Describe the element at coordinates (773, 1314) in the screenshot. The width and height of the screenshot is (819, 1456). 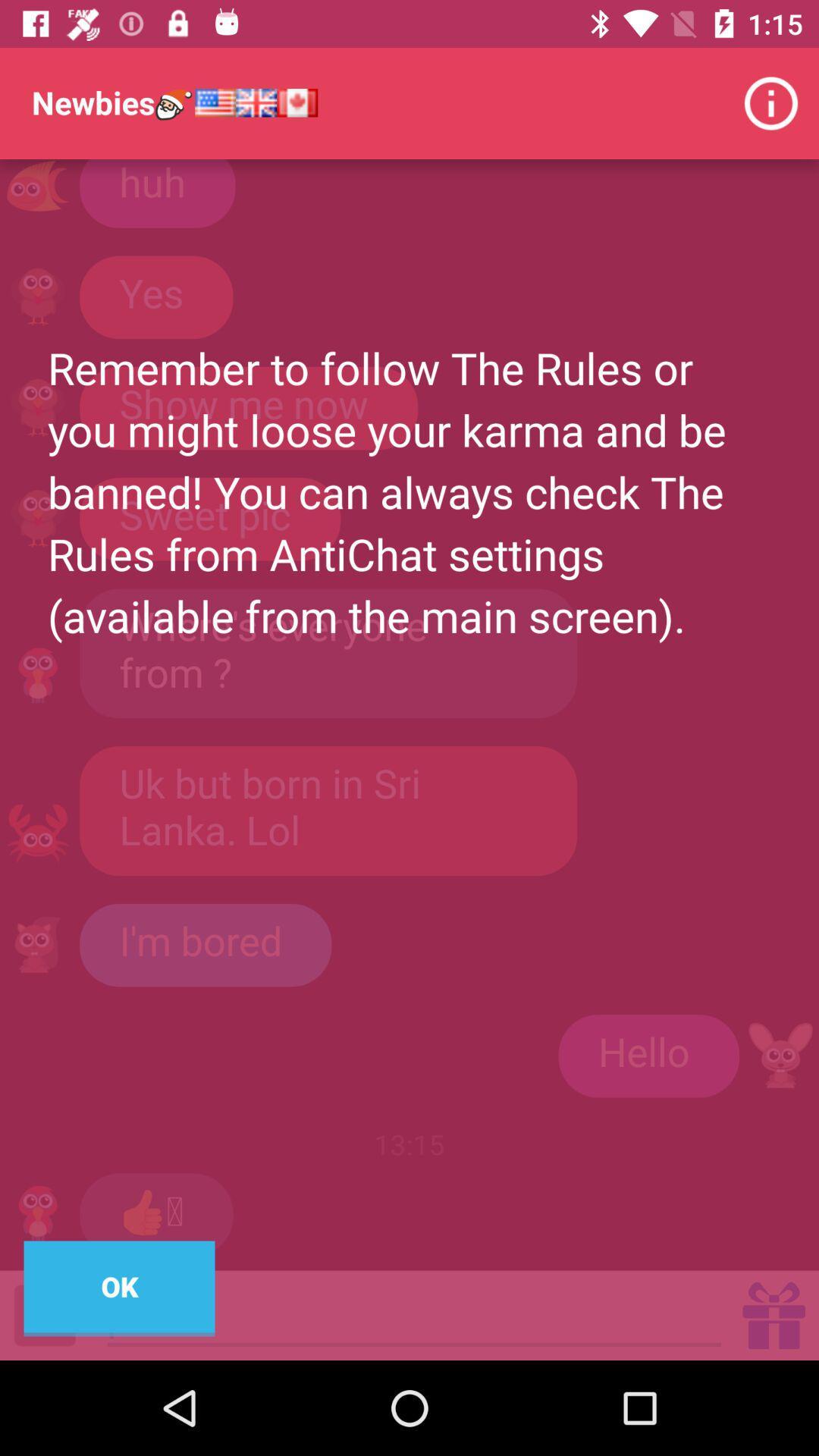
I see `the gift icon` at that location.